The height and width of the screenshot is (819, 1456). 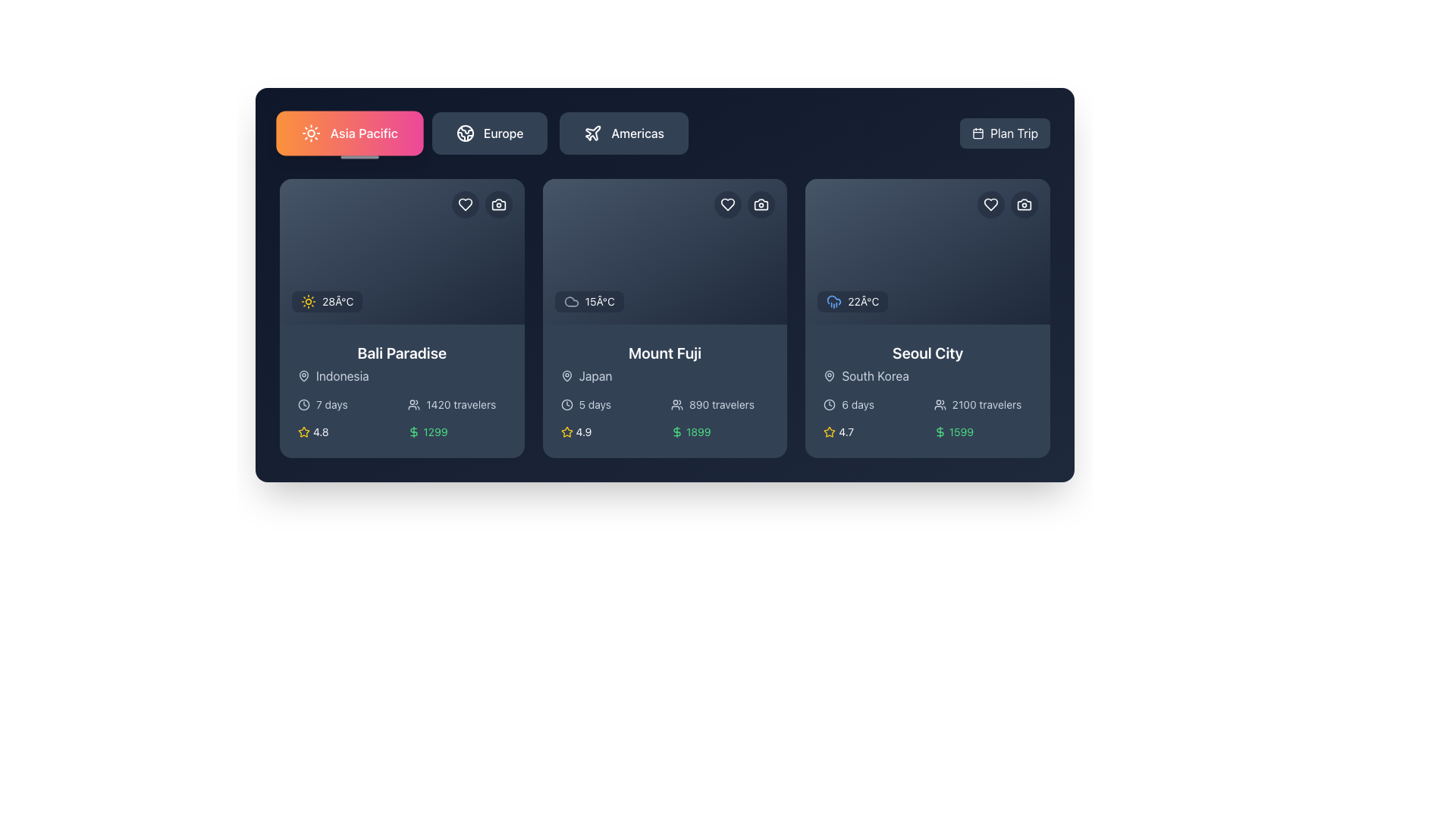 What do you see at coordinates (875, 375) in the screenshot?
I see `the text label displaying 'South Korea' located within the card interface for 'Seoul City', which is positioned below the city name and beside a map pin icon` at bounding box center [875, 375].